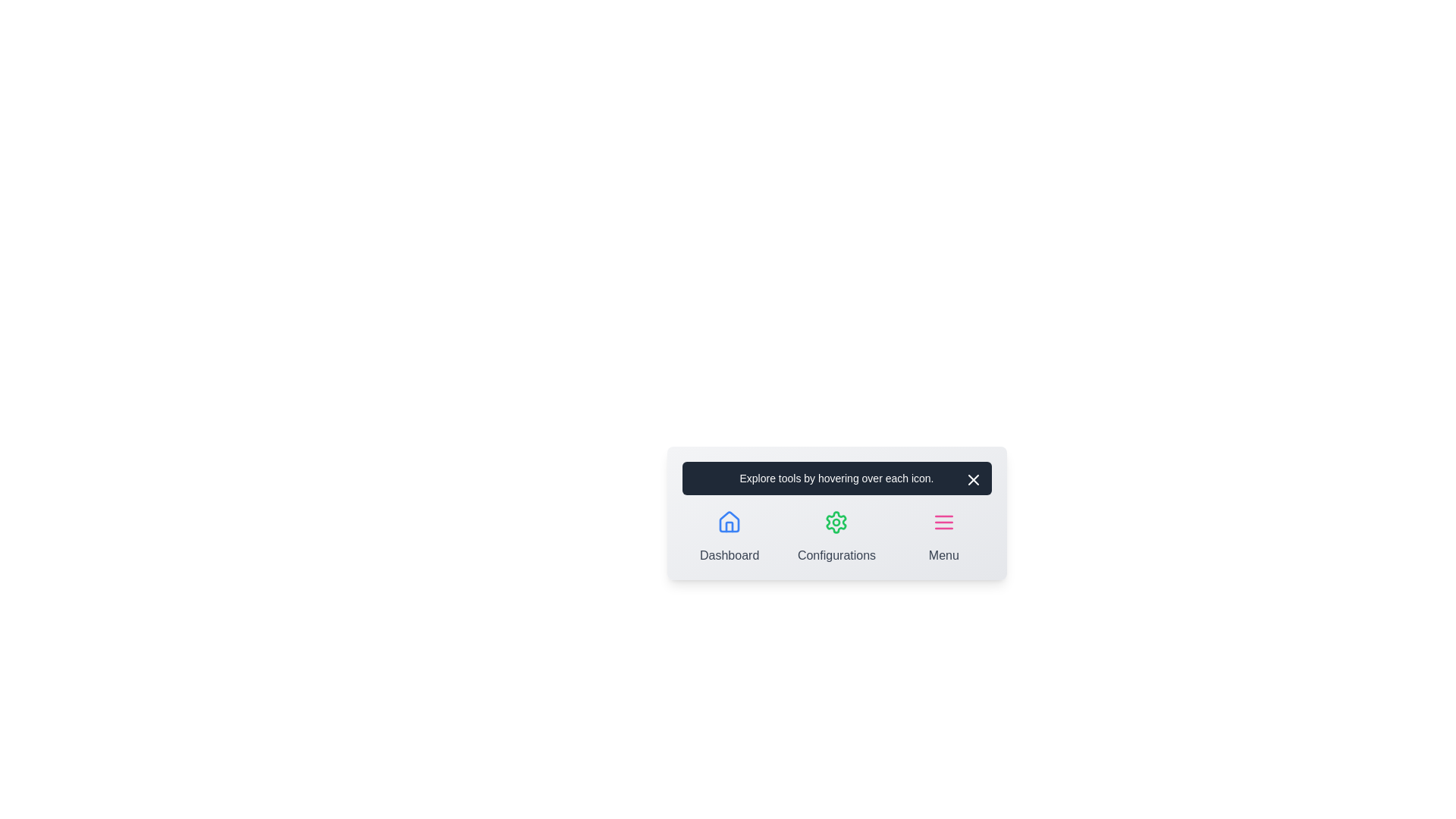  Describe the element at coordinates (730, 555) in the screenshot. I see `the Text label that provides a description for the house-shaped icon above it, indicating navigation to a dashboard-related section` at that location.